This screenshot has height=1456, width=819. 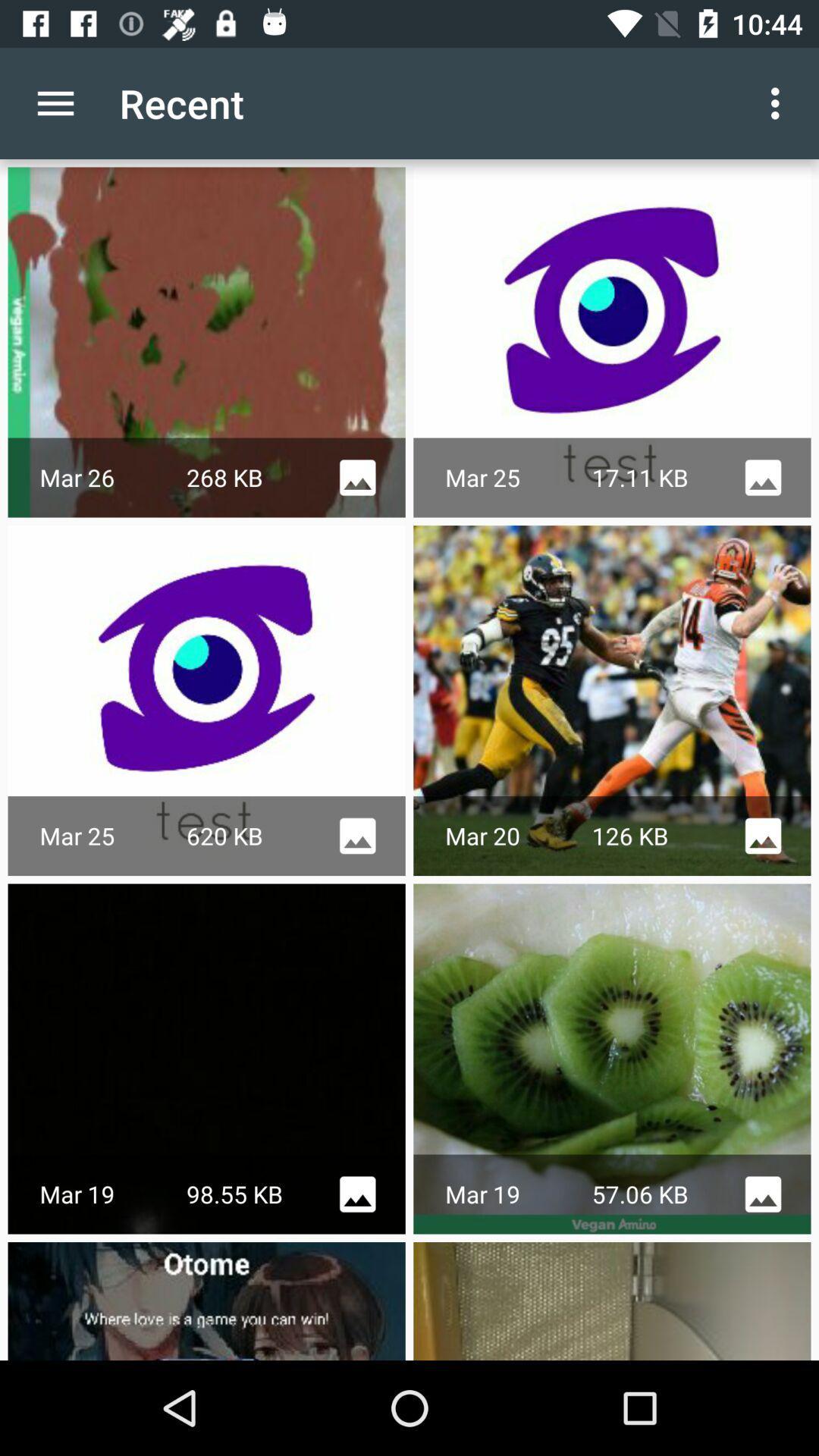 What do you see at coordinates (207, 1300) in the screenshot?
I see `the last image on left` at bounding box center [207, 1300].